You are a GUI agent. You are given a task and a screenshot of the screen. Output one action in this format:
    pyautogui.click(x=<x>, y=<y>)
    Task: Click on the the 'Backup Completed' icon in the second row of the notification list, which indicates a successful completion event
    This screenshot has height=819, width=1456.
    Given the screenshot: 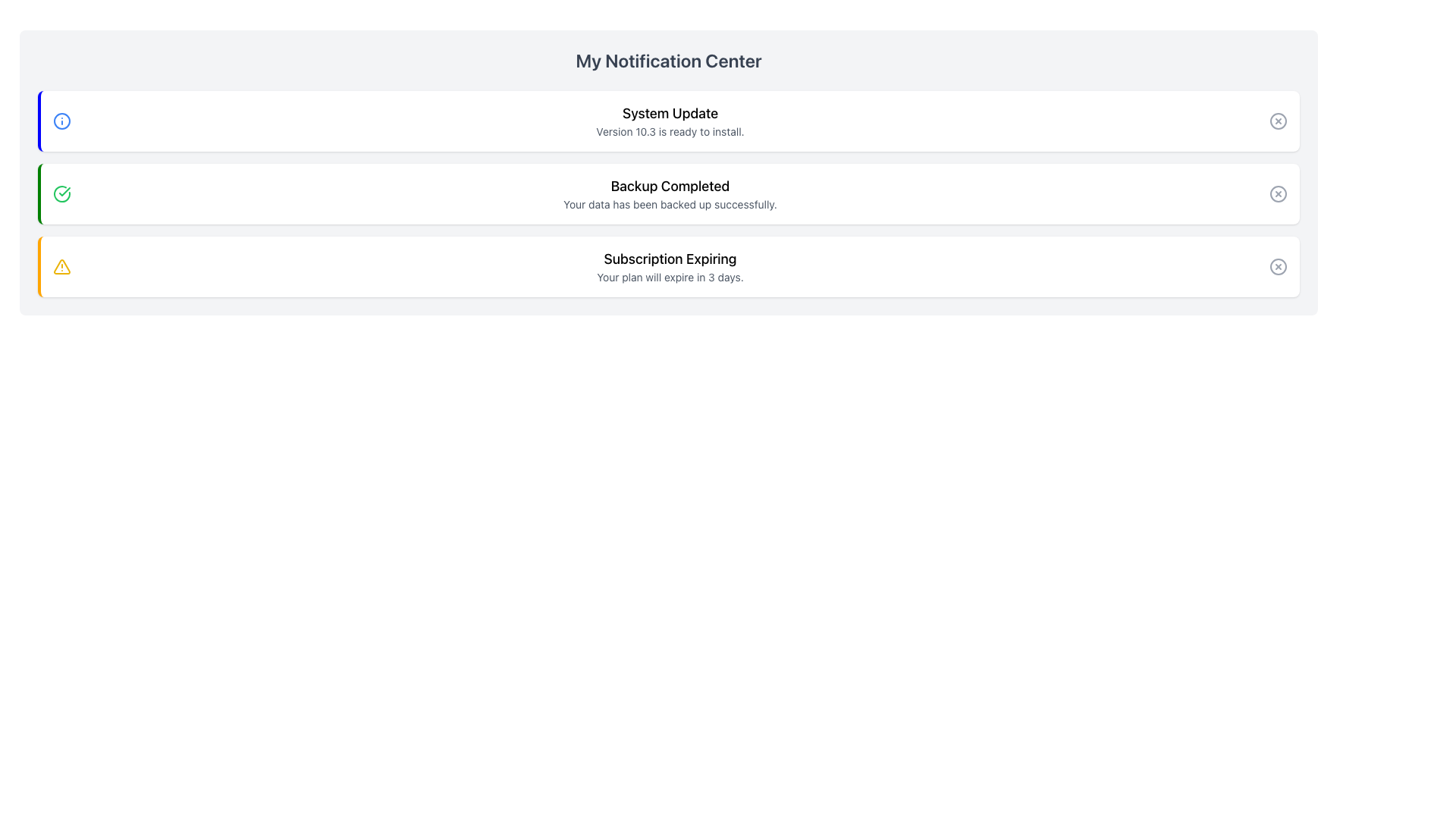 What is the action you would take?
    pyautogui.click(x=61, y=193)
    